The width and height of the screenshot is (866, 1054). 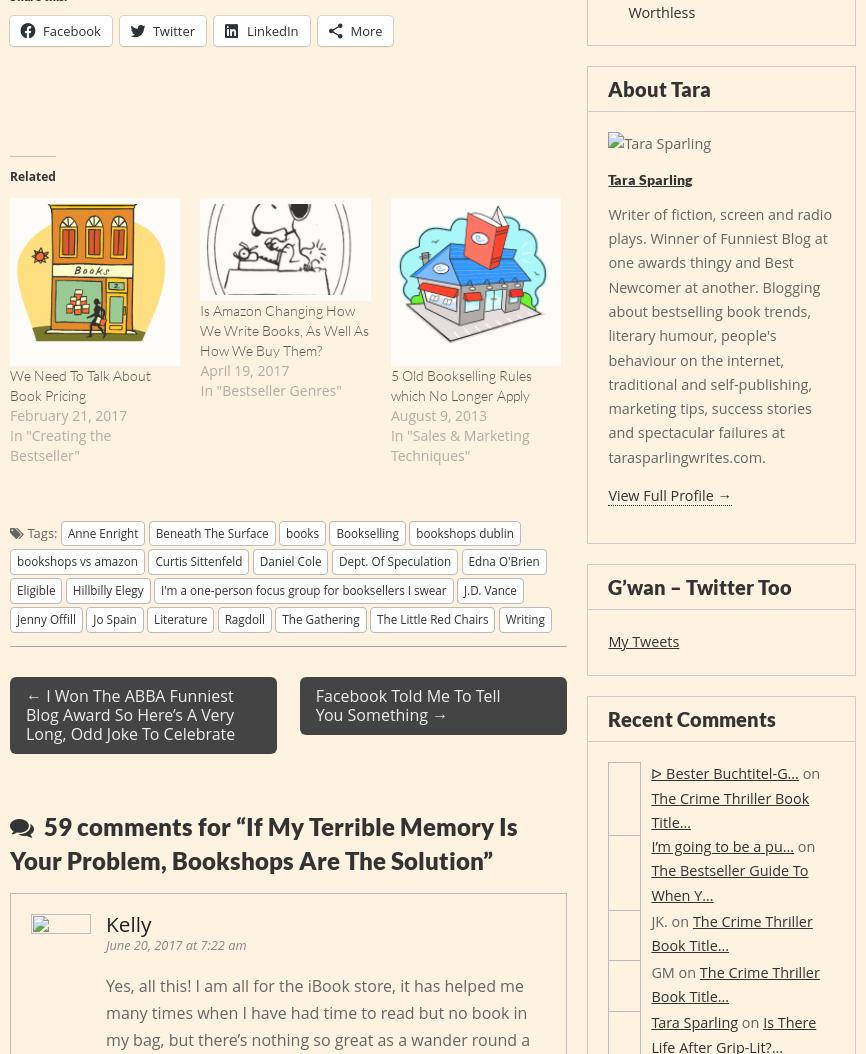 I want to click on 'Edna O'Brien', so click(x=503, y=561).